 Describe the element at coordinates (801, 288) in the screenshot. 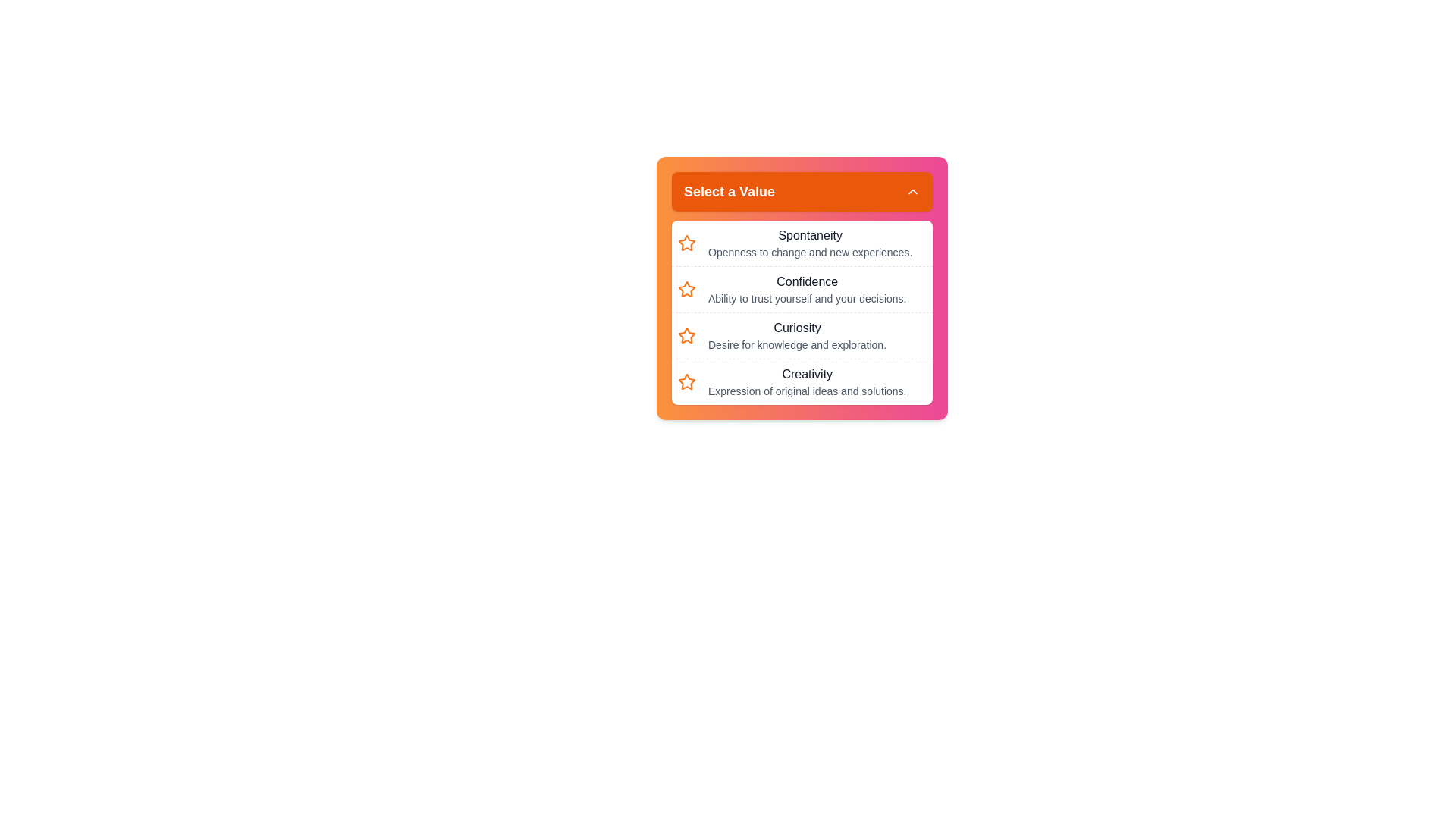

I see `the selectable list option labeled 'Confidence'` at that location.